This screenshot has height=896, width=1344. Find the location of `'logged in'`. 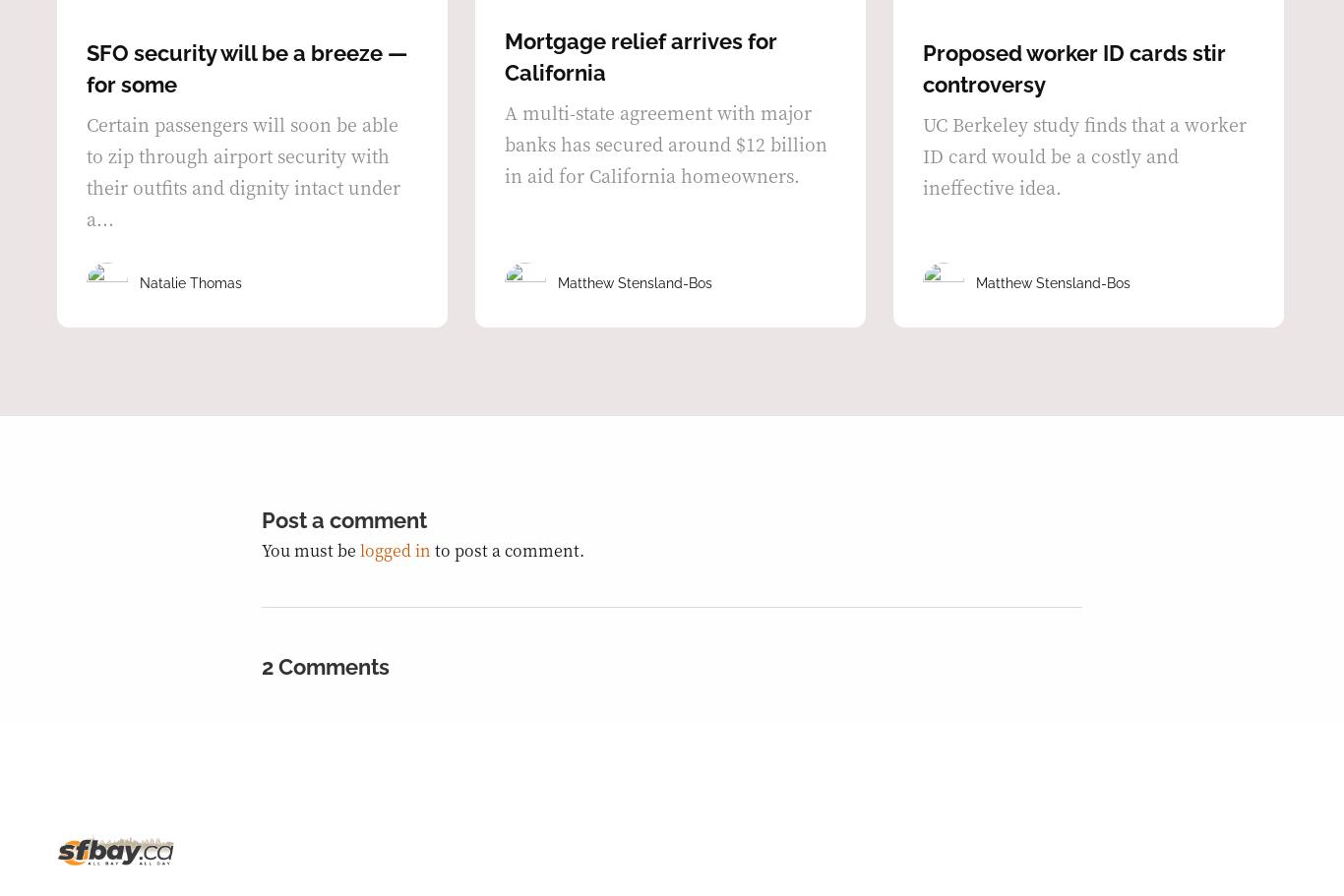

'logged in' is located at coordinates (395, 549).